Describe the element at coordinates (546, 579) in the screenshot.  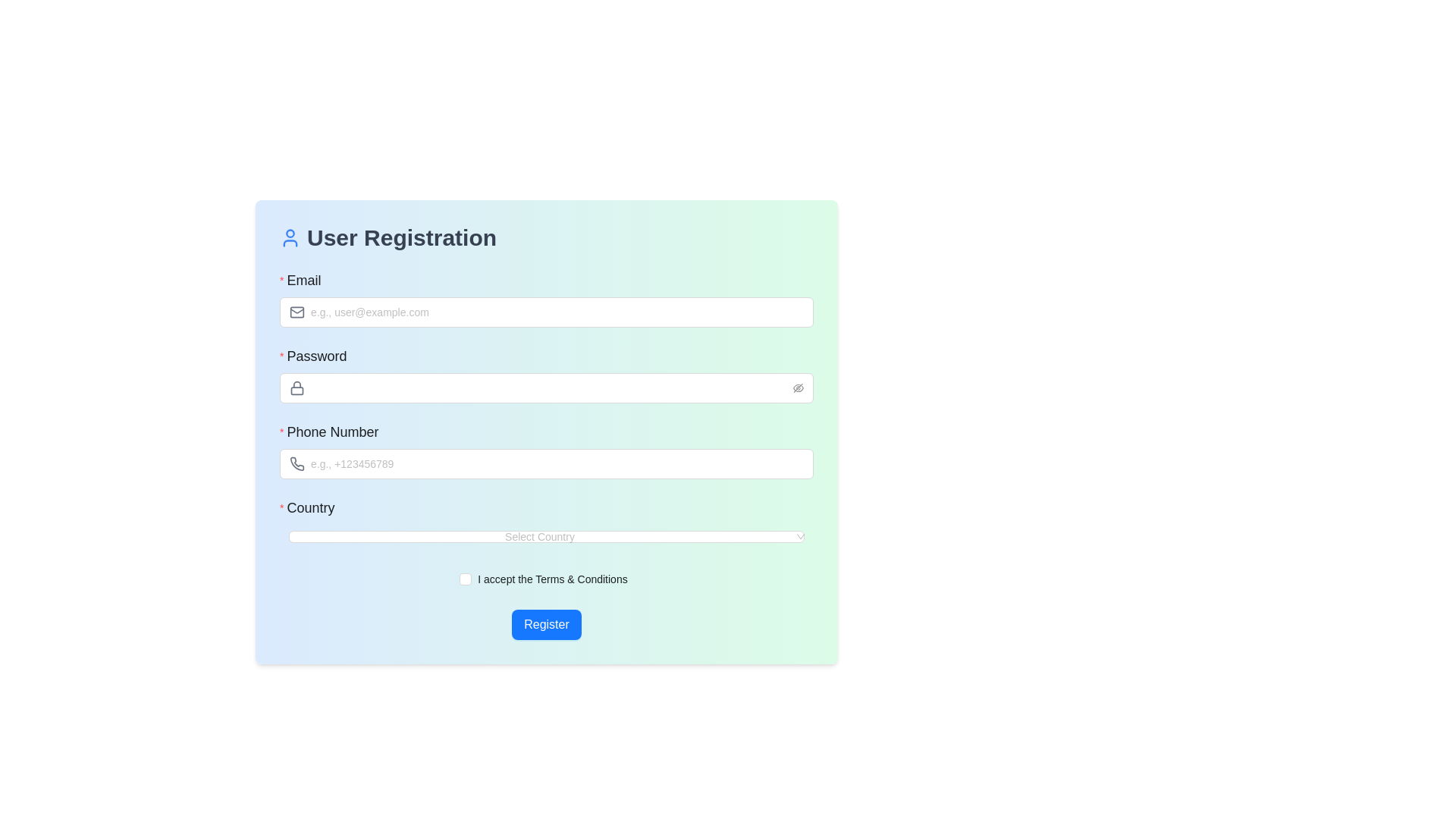
I see `the hyperlink labeled 'Terms & Conditions' next to the checkbox in the user registration form` at that location.